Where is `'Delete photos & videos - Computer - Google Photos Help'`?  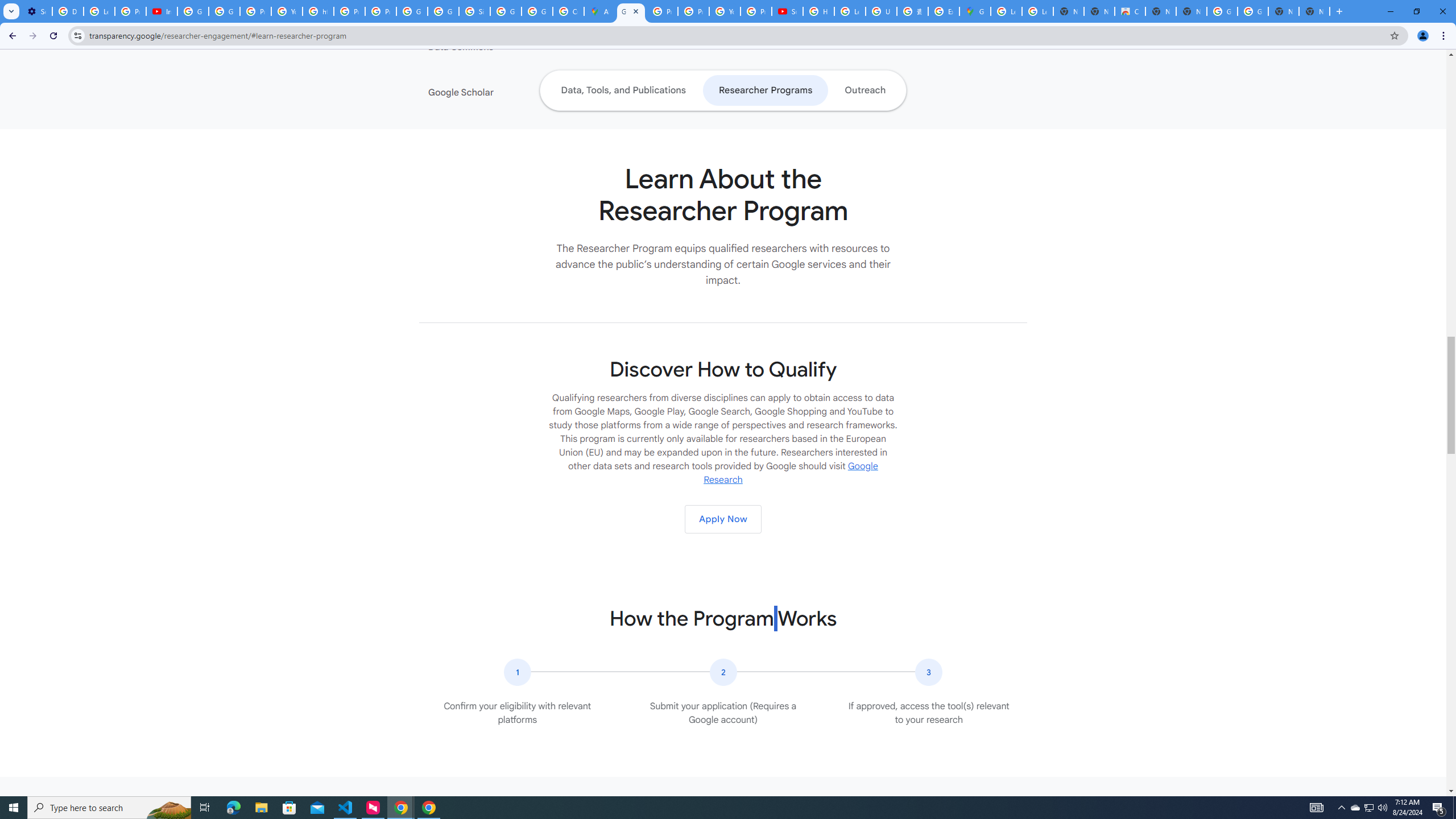 'Delete photos & videos - Computer - Google Photos Help' is located at coordinates (67, 11).